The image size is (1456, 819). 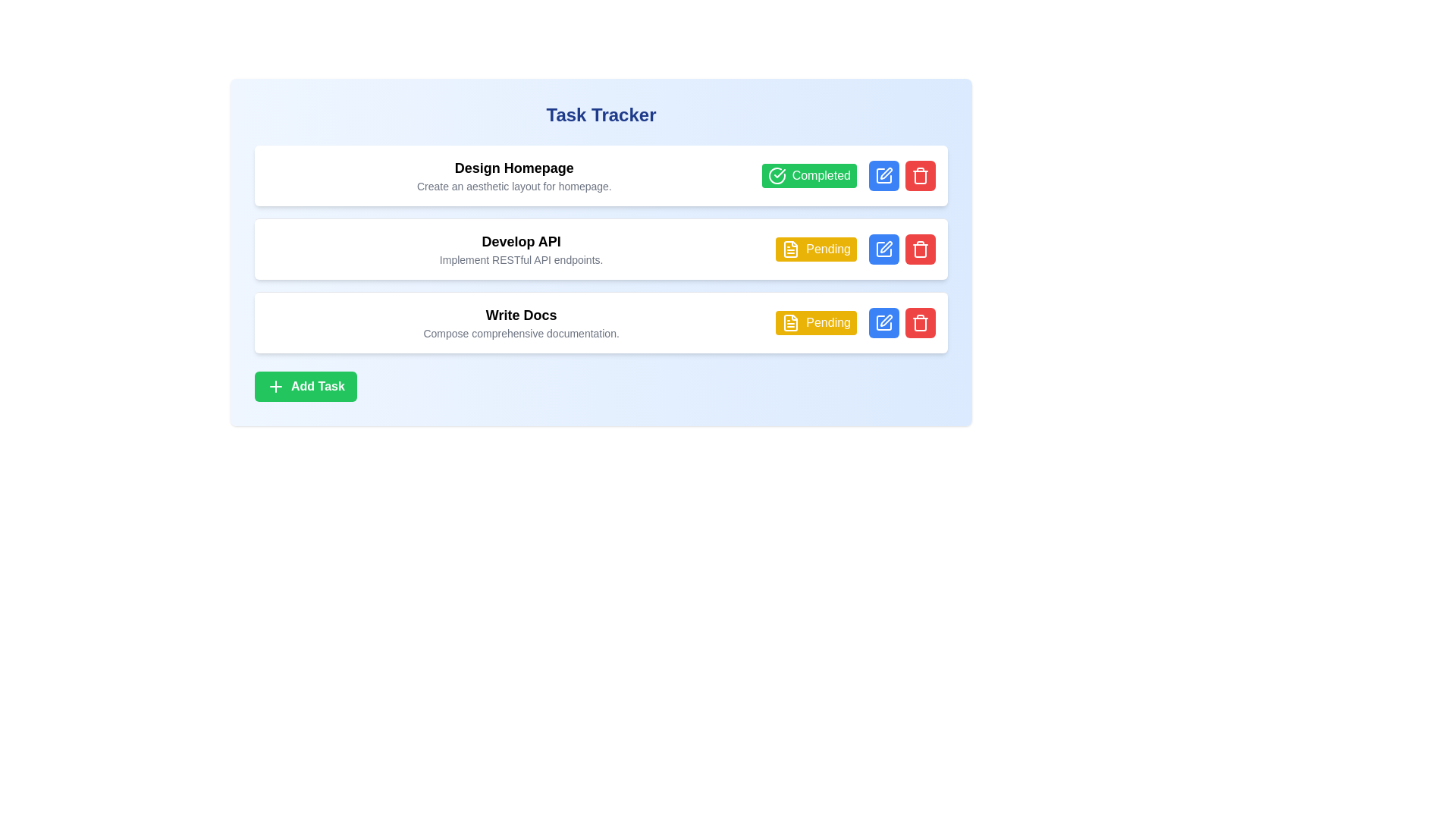 I want to click on the blue pen button in the horizontal action button group, so click(x=902, y=322).